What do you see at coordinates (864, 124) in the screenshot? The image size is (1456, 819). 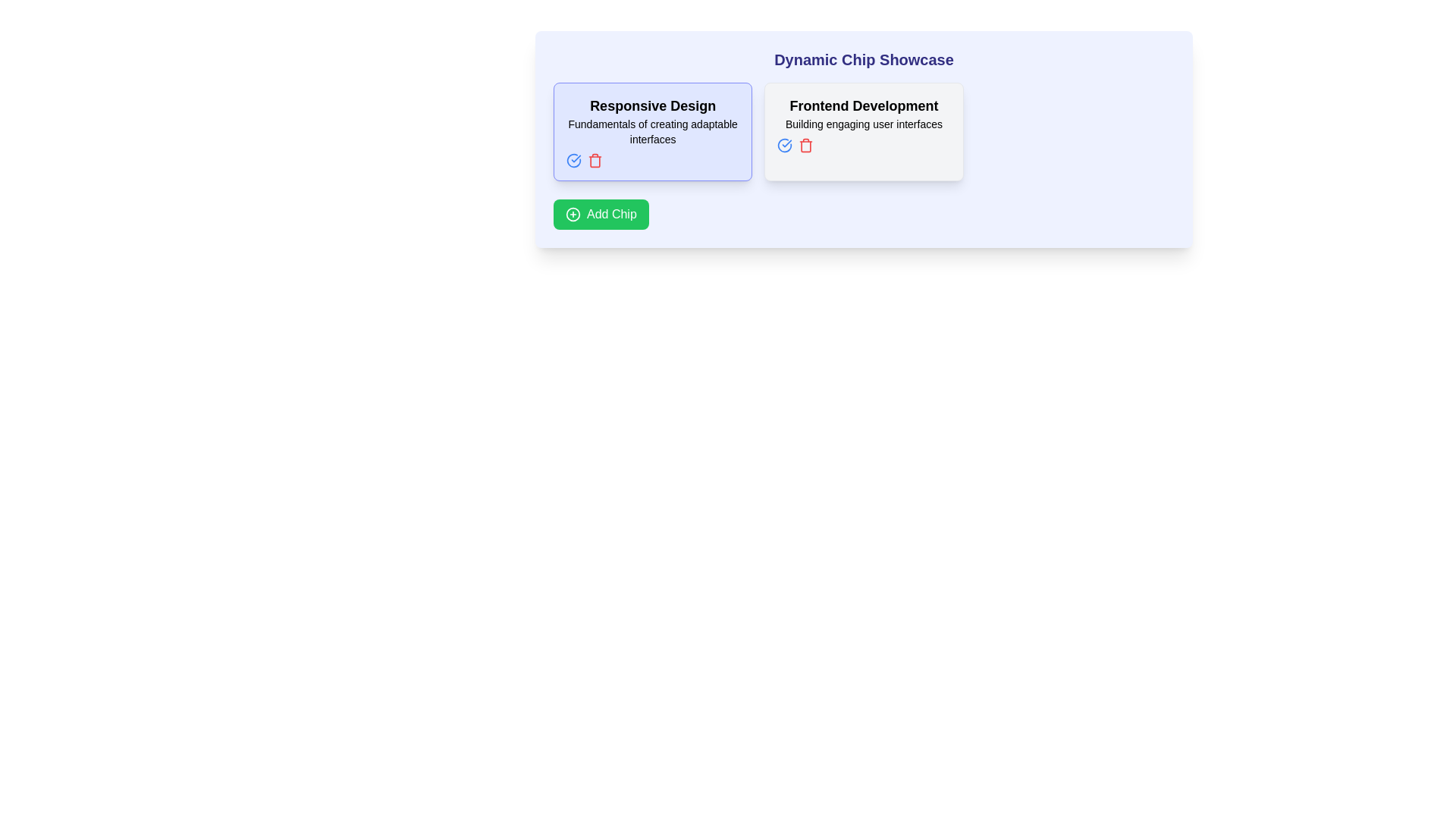 I see `the text reading 'Building engaging user interfaces' which is styled in light gray and located below the 'Frontend Development' heading in the second card from the left` at bounding box center [864, 124].